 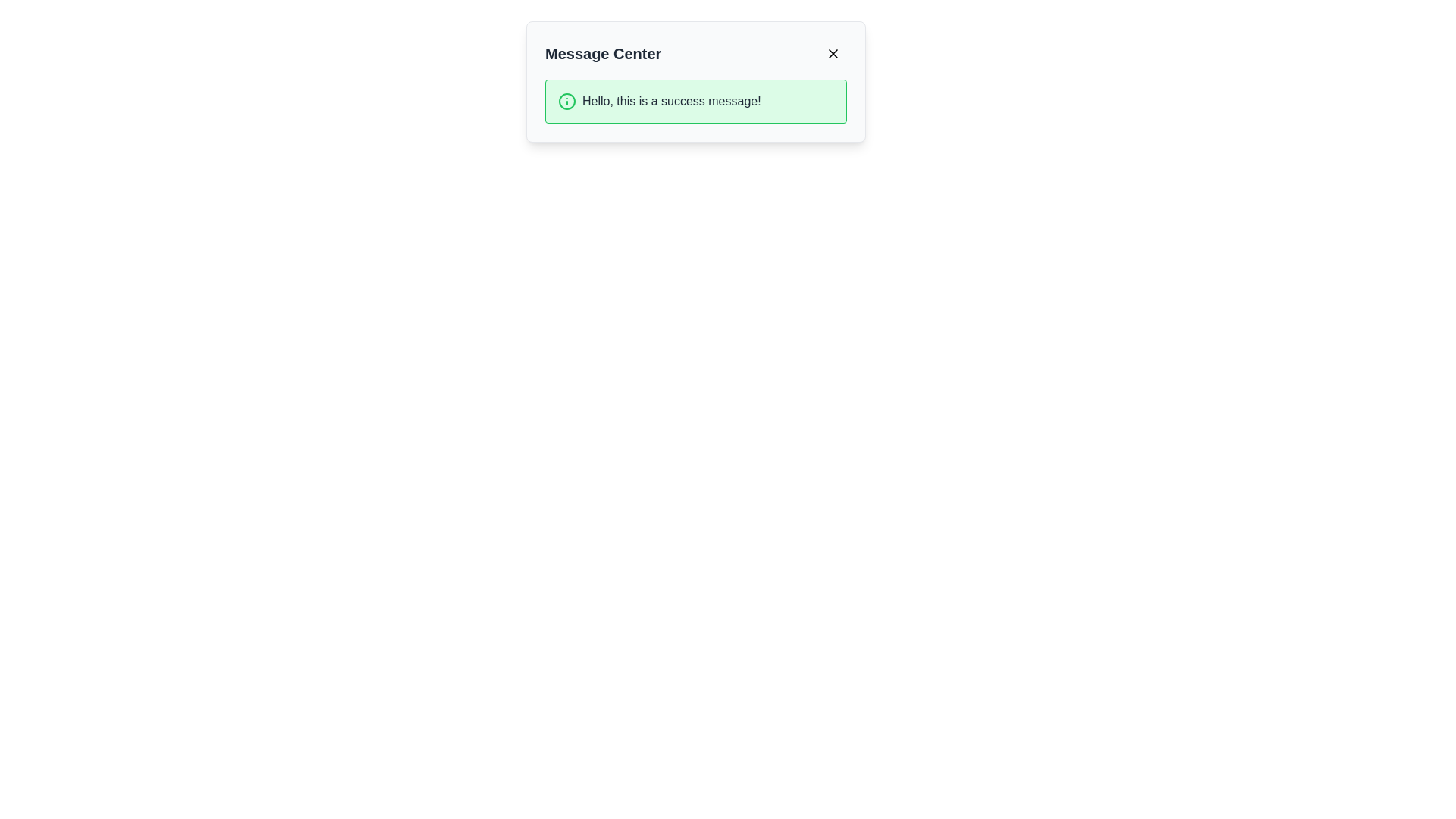 I want to click on the 'Message Center' label, which is a bold and large text label located at the top-left corner of a rectangular modal window, so click(x=602, y=52).